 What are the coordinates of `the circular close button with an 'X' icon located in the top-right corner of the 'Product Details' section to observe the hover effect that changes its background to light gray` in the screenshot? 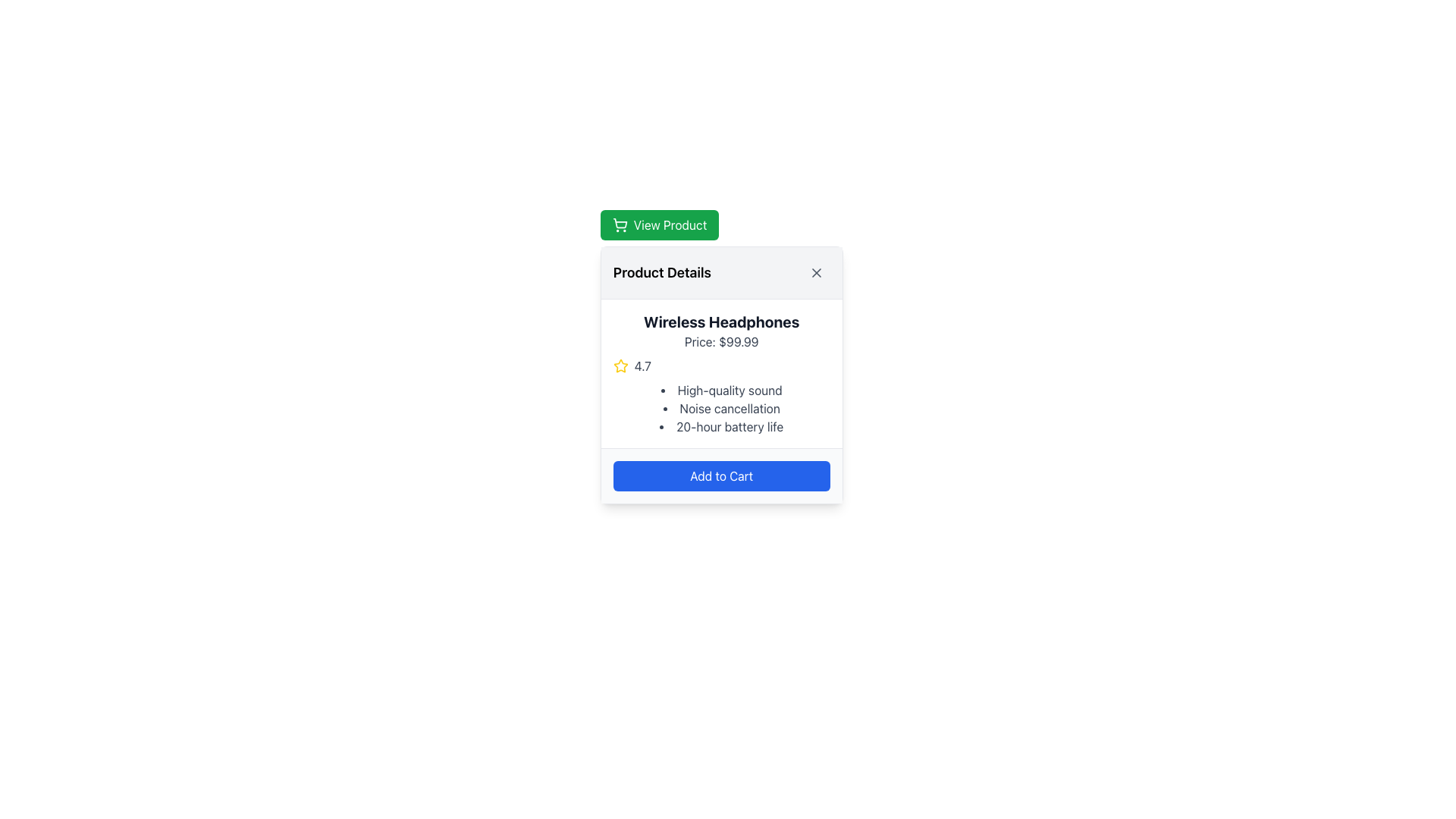 It's located at (815, 271).